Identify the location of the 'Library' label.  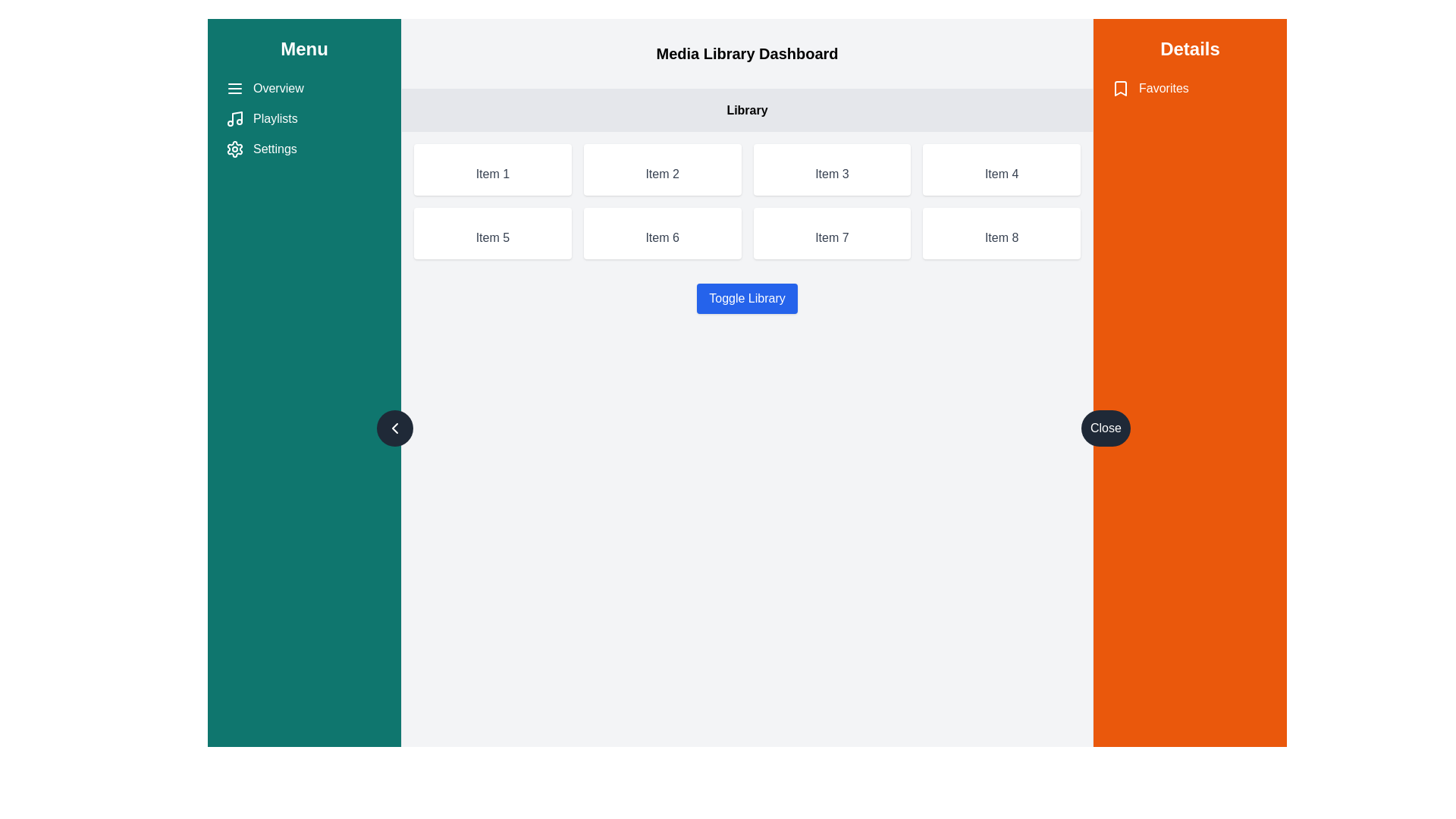
(747, 110).